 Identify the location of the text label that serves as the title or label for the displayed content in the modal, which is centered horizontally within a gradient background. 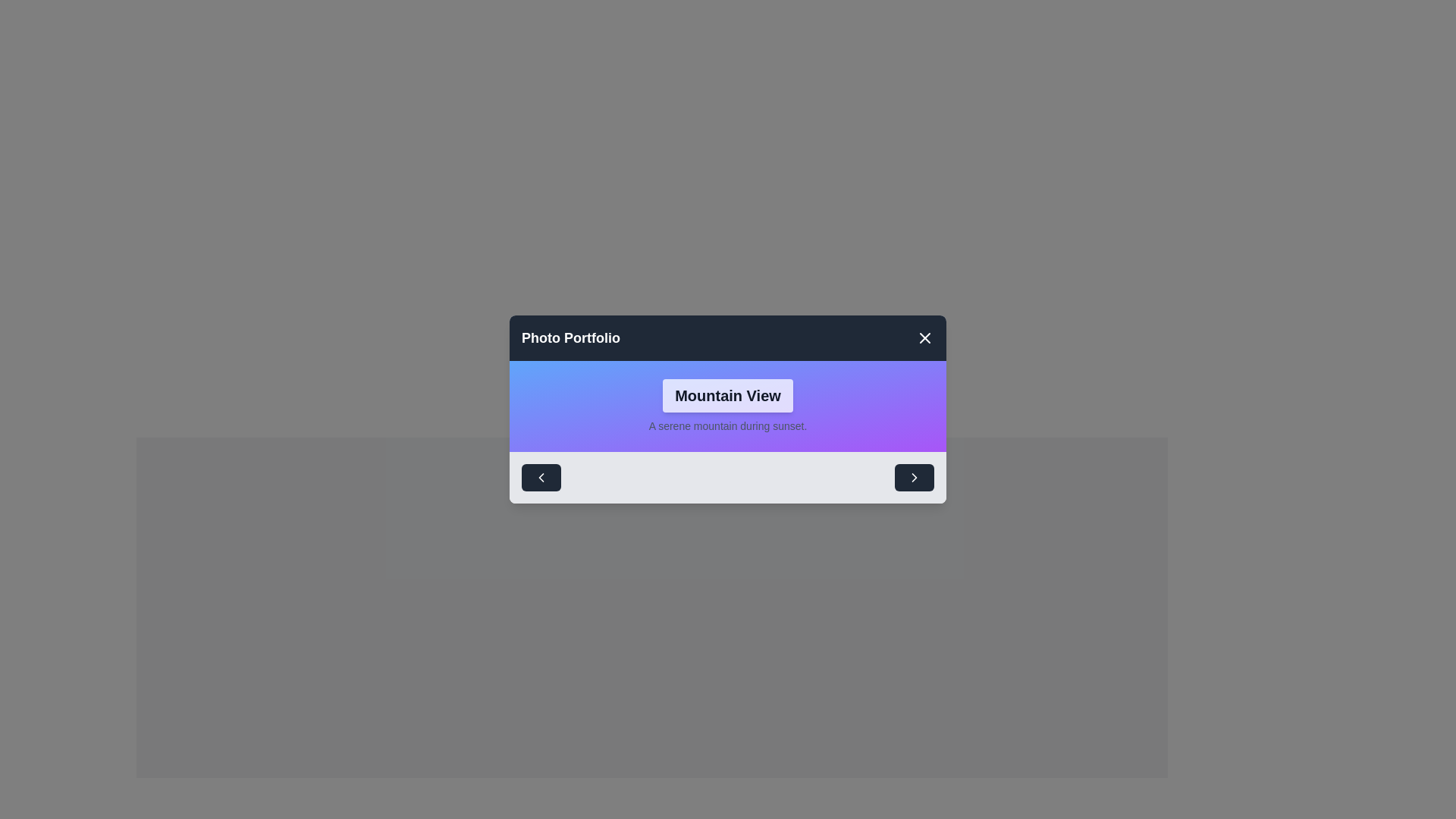
(728, 394).